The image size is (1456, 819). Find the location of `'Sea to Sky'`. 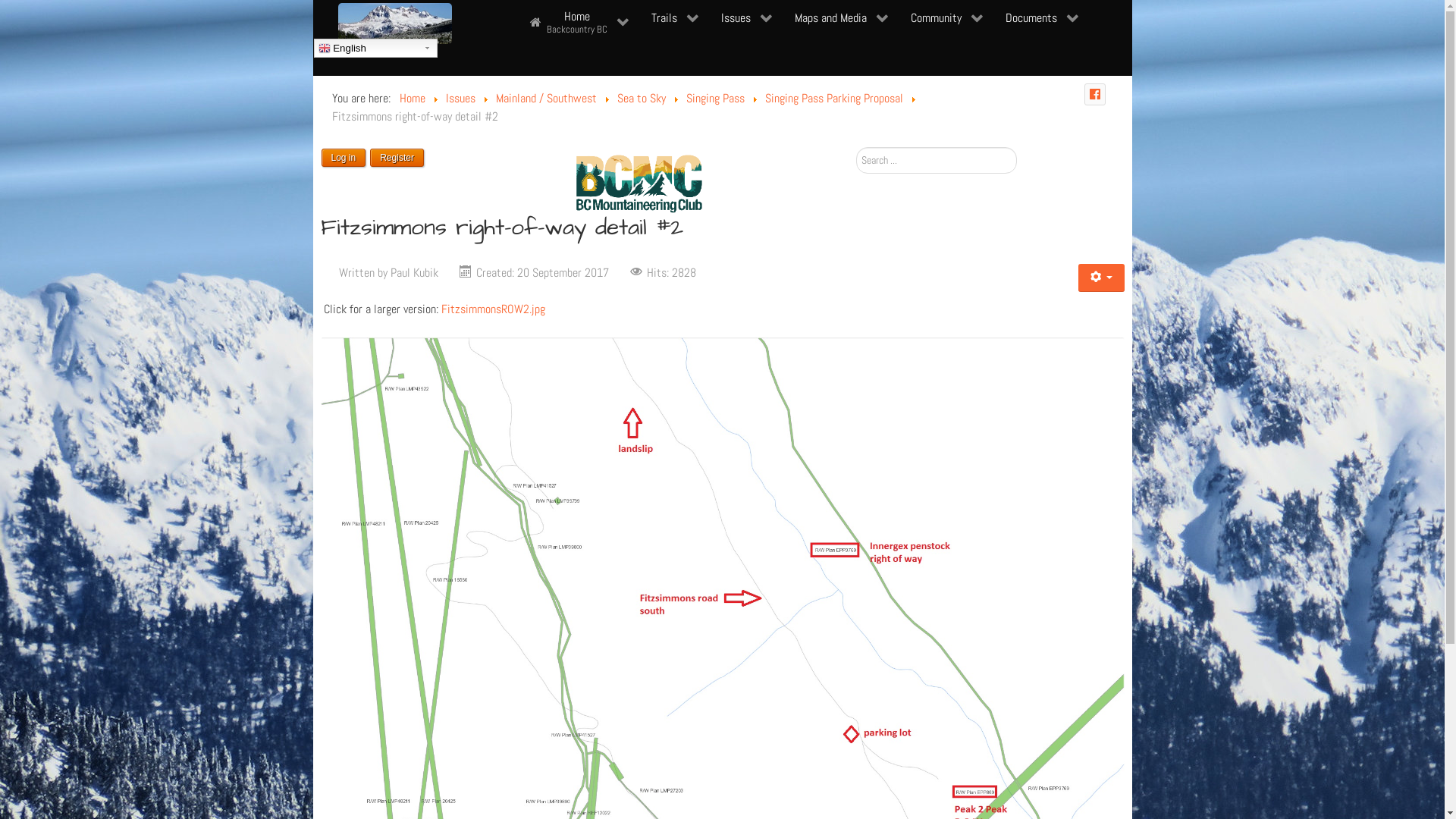

'Sea to Sky' is located at coordinates (641, 98).